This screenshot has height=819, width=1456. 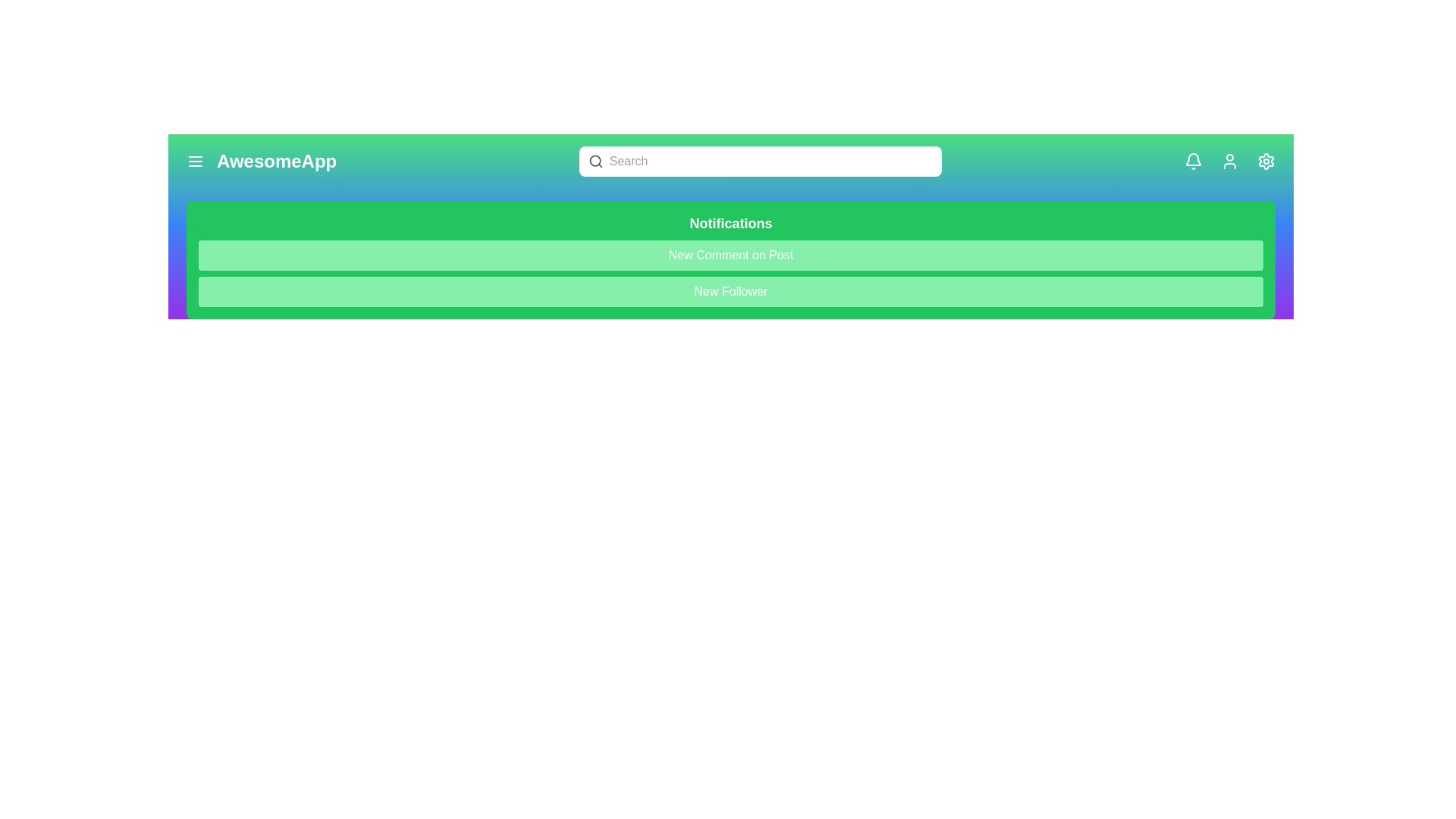 What do you see at coordinates (731, 223) in the screenshot?
I see `the heading text indicating the notifications section, positioned at the top of the green notification area` at bounding box center [731, 223].